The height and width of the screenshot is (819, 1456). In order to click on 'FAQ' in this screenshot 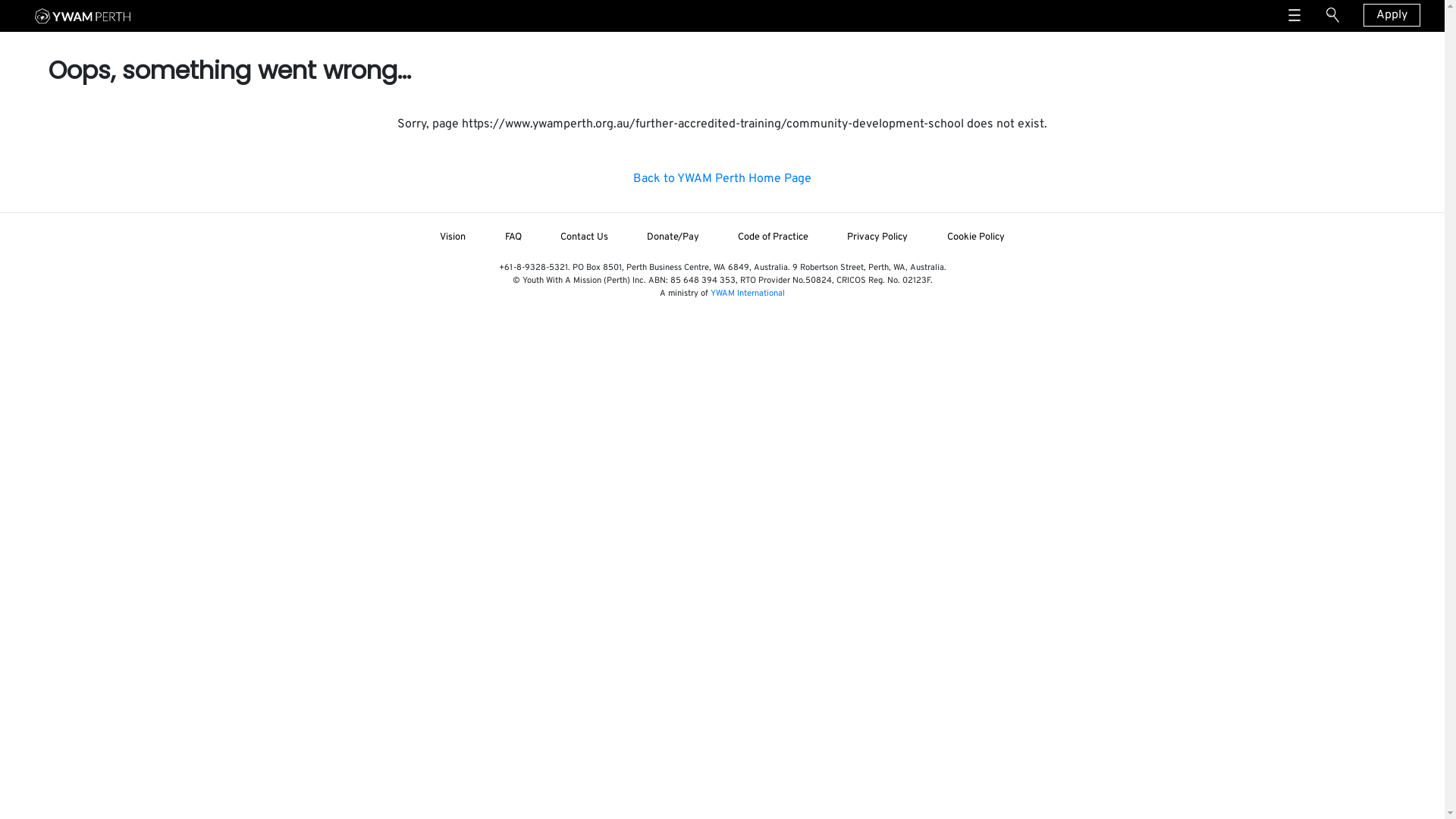, I will do `click(484, 237)`.